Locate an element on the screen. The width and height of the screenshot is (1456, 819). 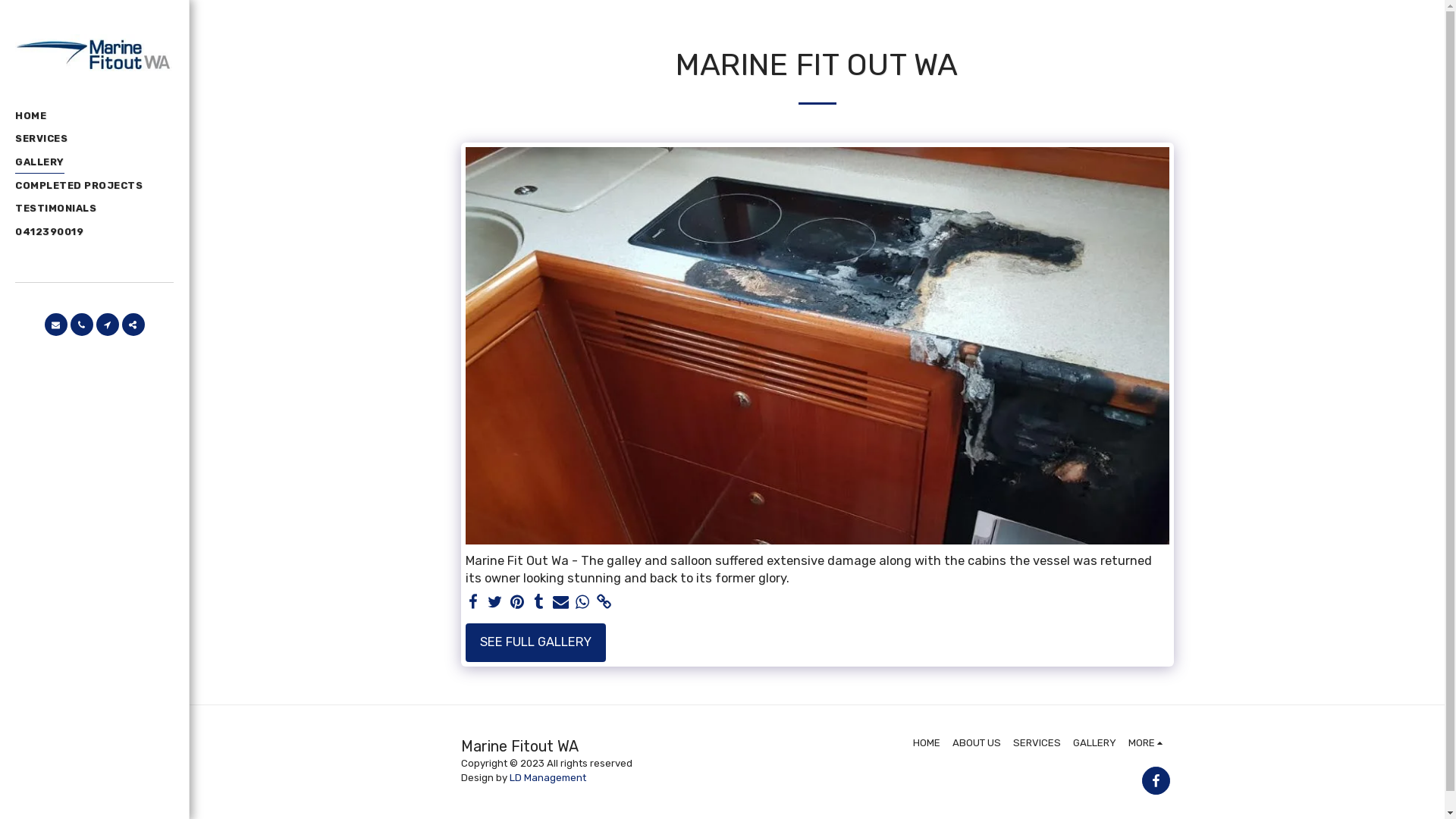
' ' is located at coordinates (120, 324).